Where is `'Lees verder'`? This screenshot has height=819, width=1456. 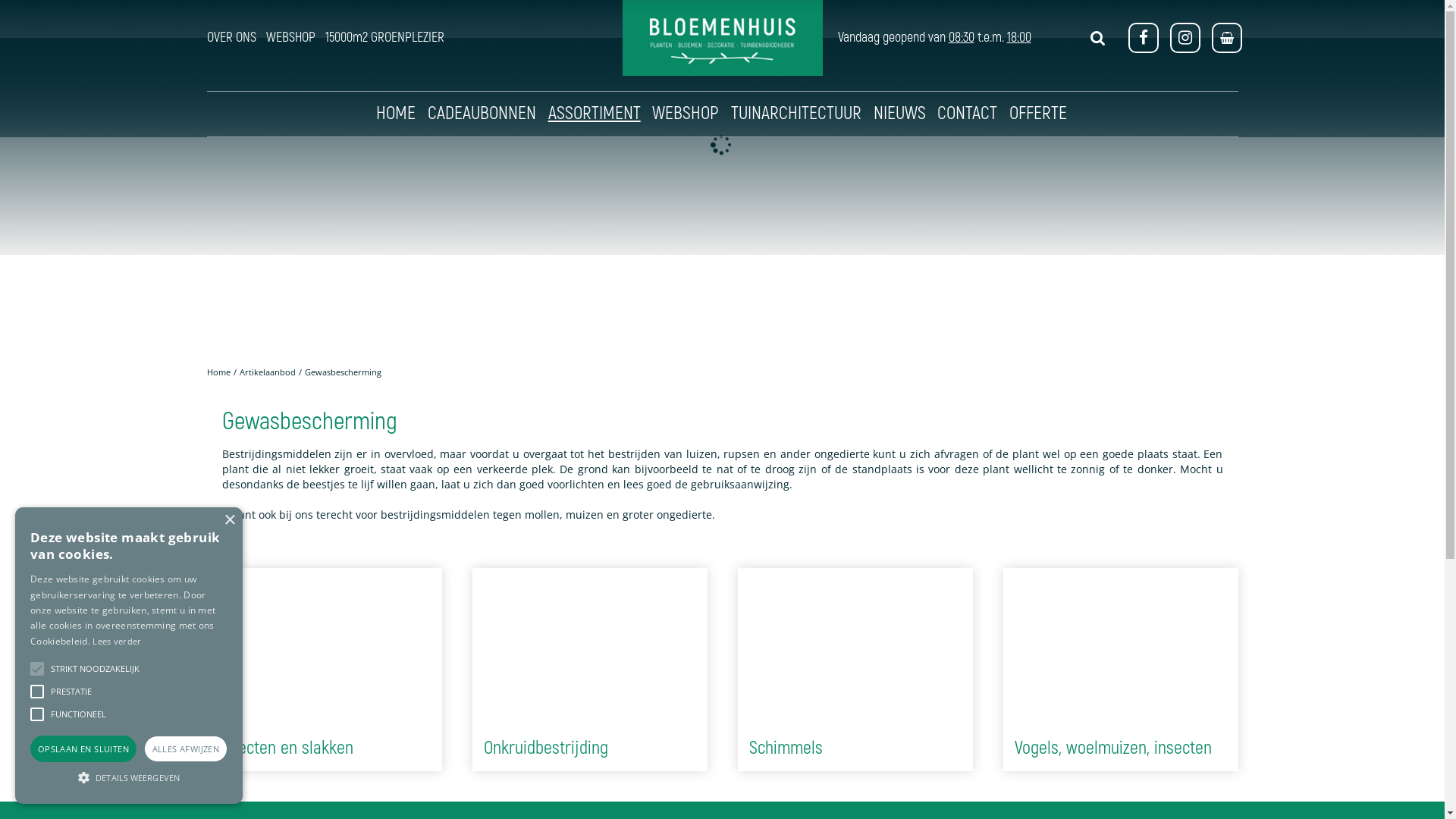
'Lees verder' is located at coordinates (91, 641).